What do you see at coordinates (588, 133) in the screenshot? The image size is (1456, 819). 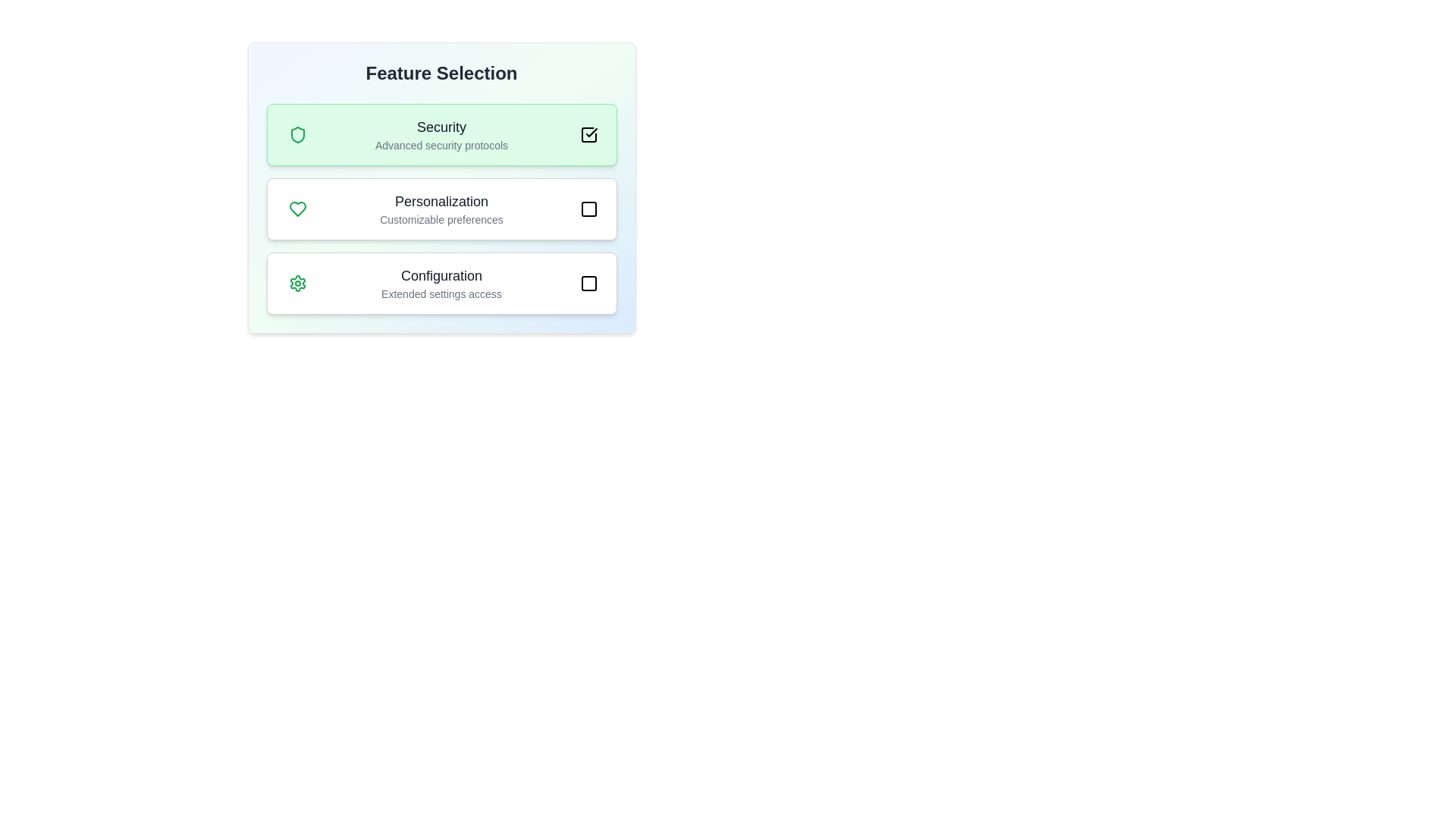 I see `the rounded green button with a white checkmark icon located at the top-right corner of the 'Security' section` at bounding box center [588, 133].